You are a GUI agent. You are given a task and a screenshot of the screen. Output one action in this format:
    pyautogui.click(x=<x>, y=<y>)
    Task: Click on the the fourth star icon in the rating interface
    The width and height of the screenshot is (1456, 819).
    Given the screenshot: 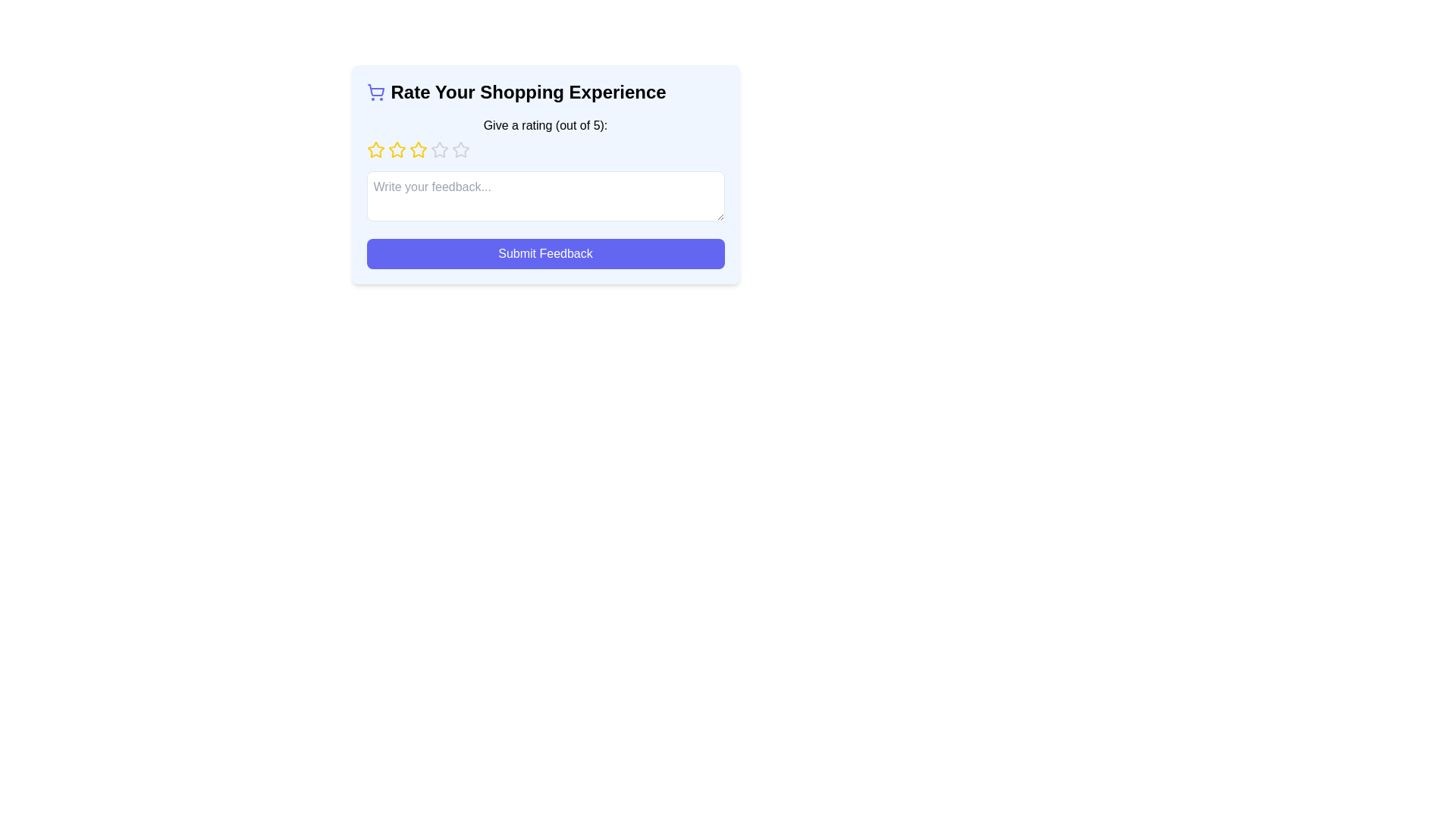 What is the action you would take?
    pyautogui.click(x=438, y=149)
    